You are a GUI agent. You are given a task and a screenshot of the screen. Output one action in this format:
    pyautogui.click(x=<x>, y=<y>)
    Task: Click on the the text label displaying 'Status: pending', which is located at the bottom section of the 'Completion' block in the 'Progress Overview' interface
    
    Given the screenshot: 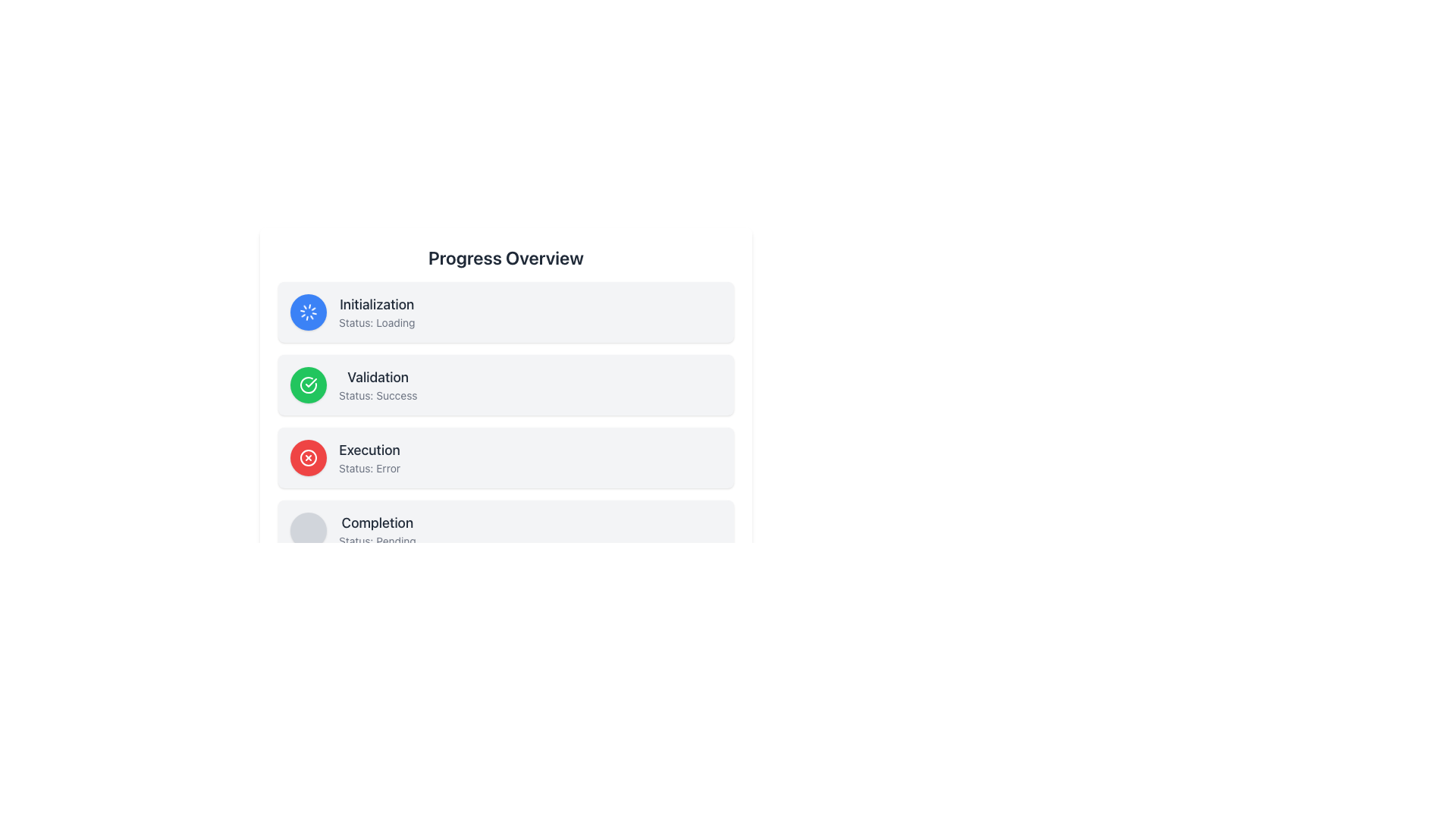 What is the action you would take?
    pyautogui.click(x=377, y=540)
    